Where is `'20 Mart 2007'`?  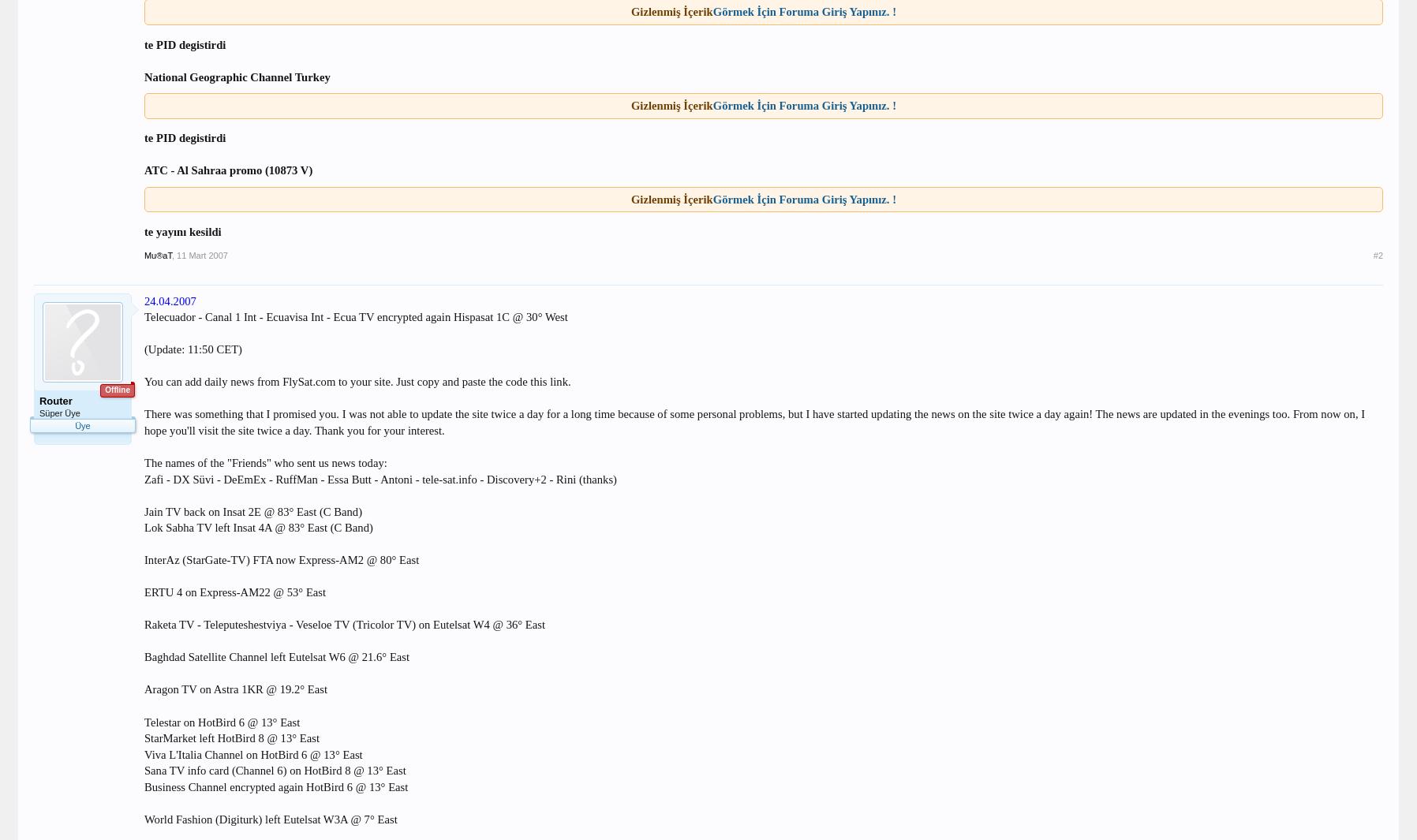
'20 Mart 2007' is located at coordinates (102, 447).